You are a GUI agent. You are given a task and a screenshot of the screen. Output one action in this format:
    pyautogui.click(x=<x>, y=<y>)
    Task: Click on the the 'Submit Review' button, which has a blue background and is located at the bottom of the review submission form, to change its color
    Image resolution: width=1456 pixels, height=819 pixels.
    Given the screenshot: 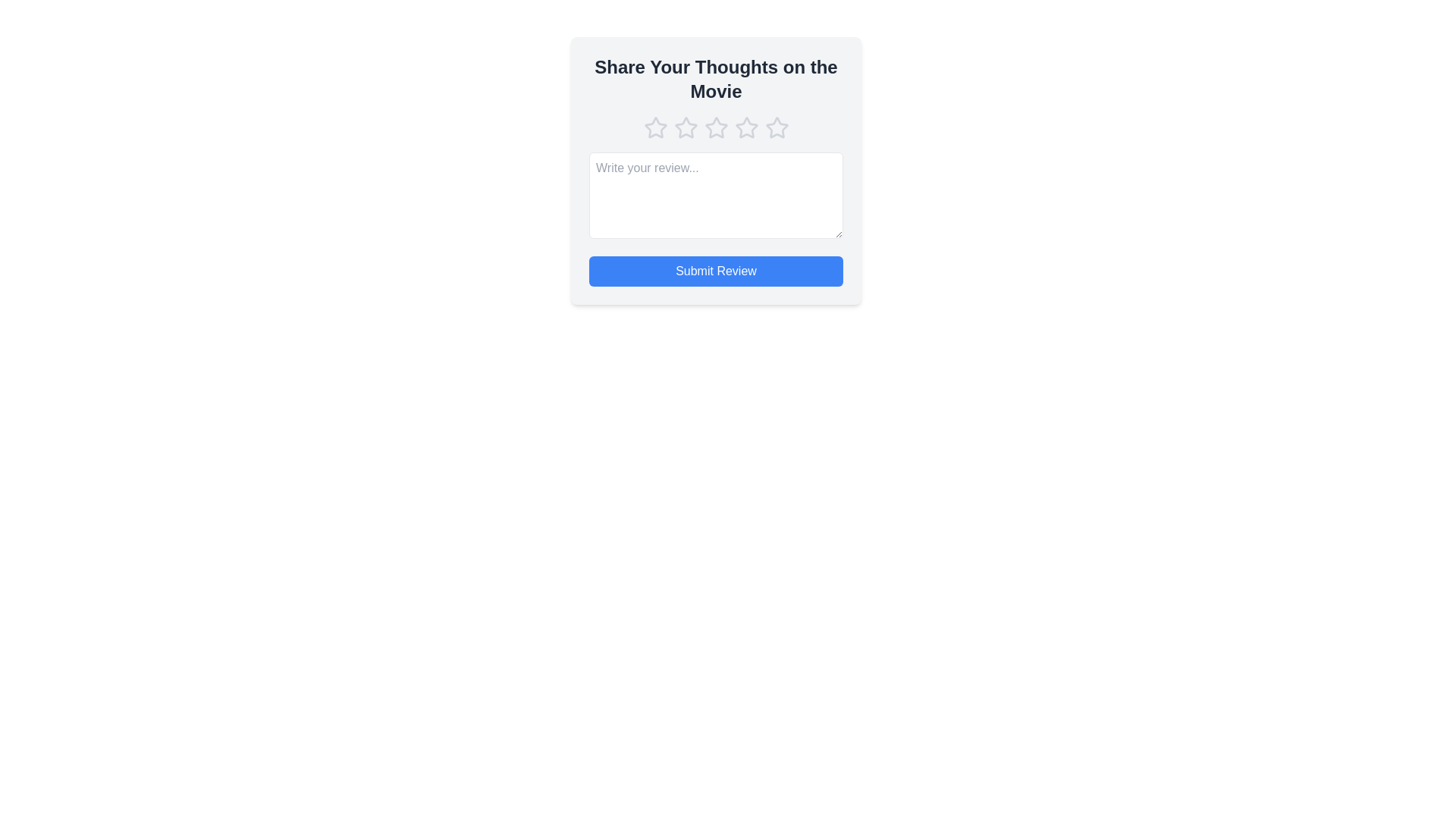 What is the action you would take?
    pyautogui.click(x=715, y=271)
    